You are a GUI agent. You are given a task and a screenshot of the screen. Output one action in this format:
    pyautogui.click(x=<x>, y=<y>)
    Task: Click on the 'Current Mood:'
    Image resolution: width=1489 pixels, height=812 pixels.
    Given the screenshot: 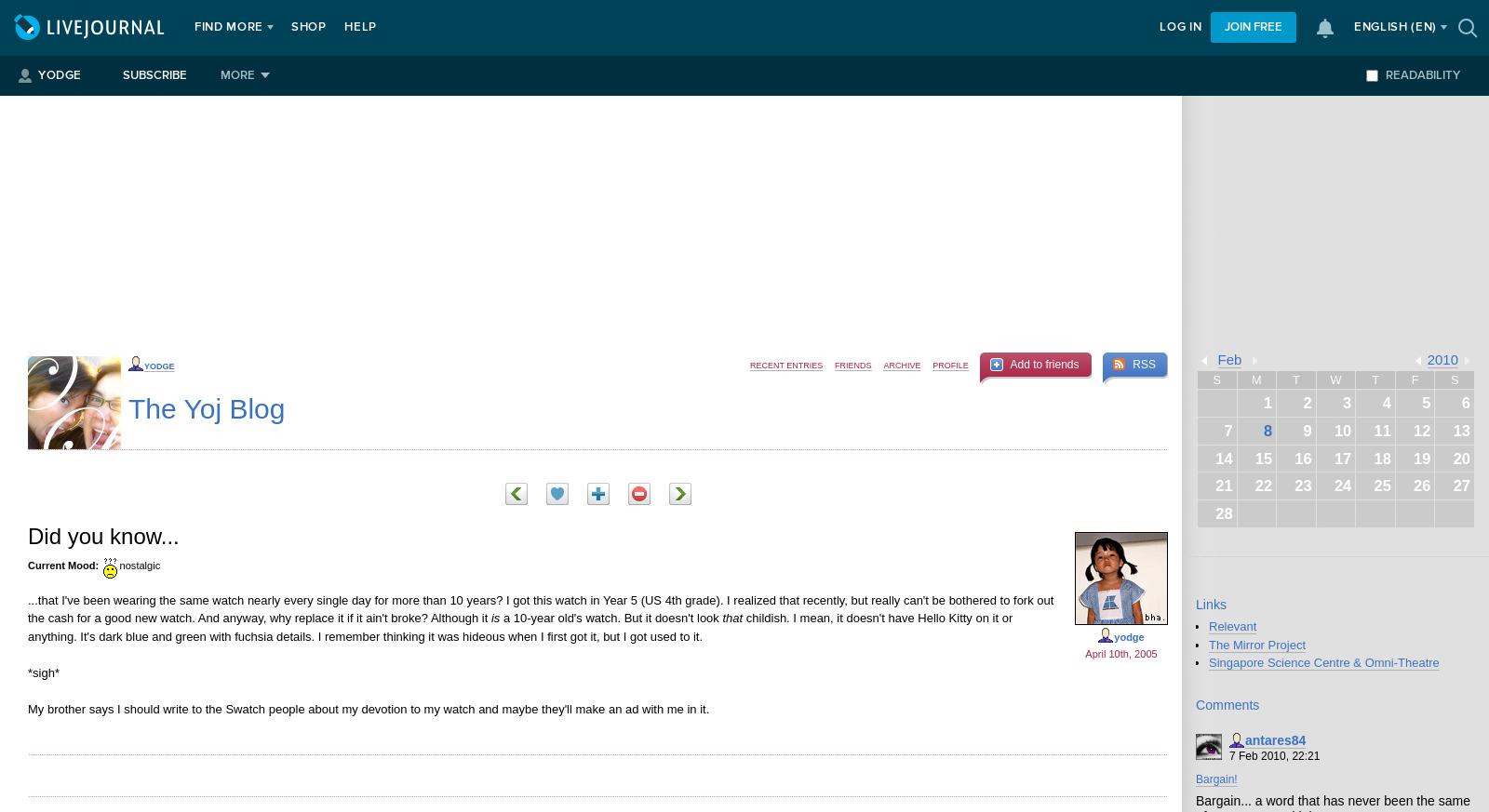 What is the action you would take?
    pyautogui.click(x=62, y=564)
    